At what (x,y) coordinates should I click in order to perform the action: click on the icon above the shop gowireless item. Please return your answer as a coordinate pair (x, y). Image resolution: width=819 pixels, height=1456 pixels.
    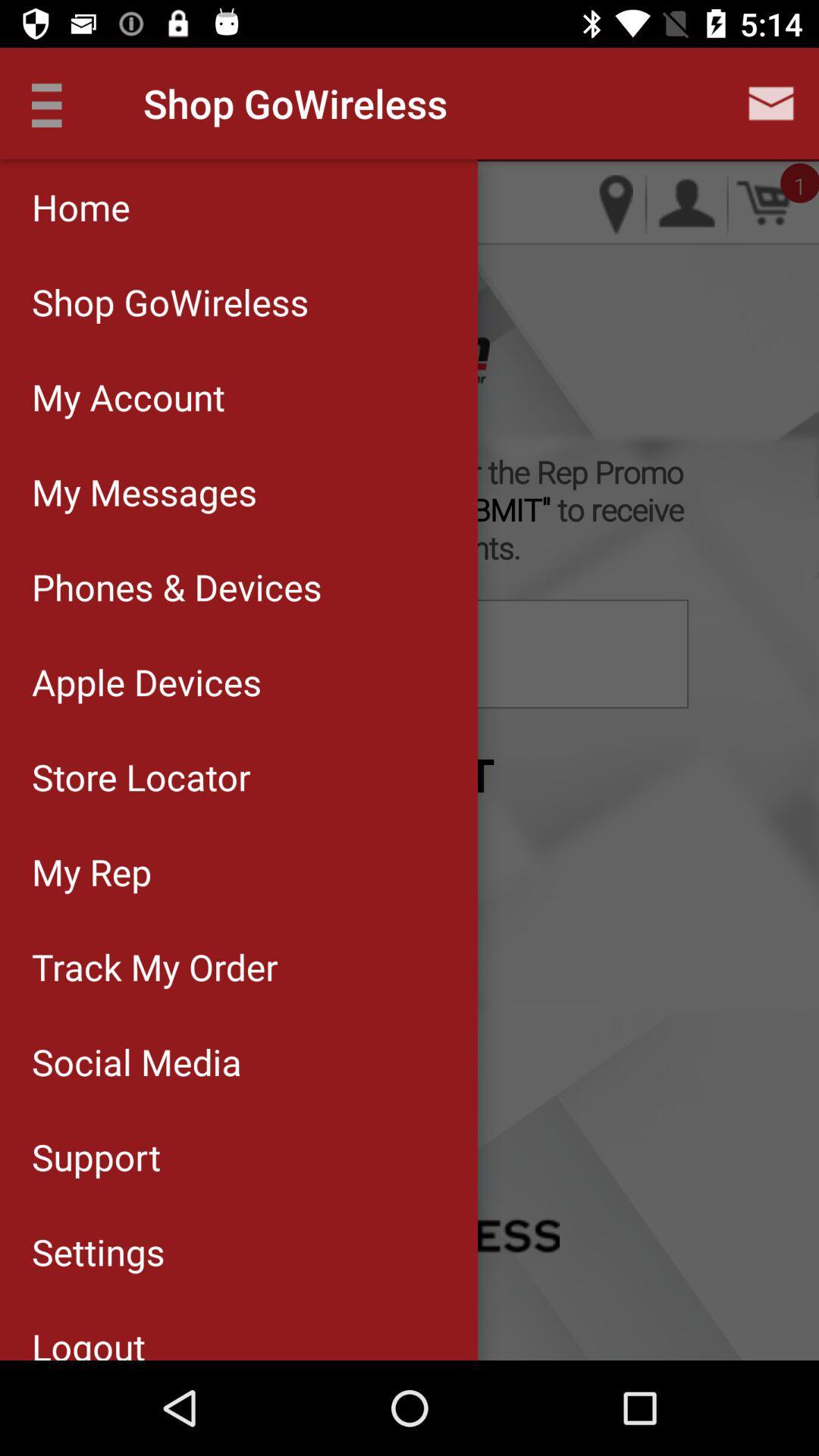
    Looking at the image, I should click on (239, 206).